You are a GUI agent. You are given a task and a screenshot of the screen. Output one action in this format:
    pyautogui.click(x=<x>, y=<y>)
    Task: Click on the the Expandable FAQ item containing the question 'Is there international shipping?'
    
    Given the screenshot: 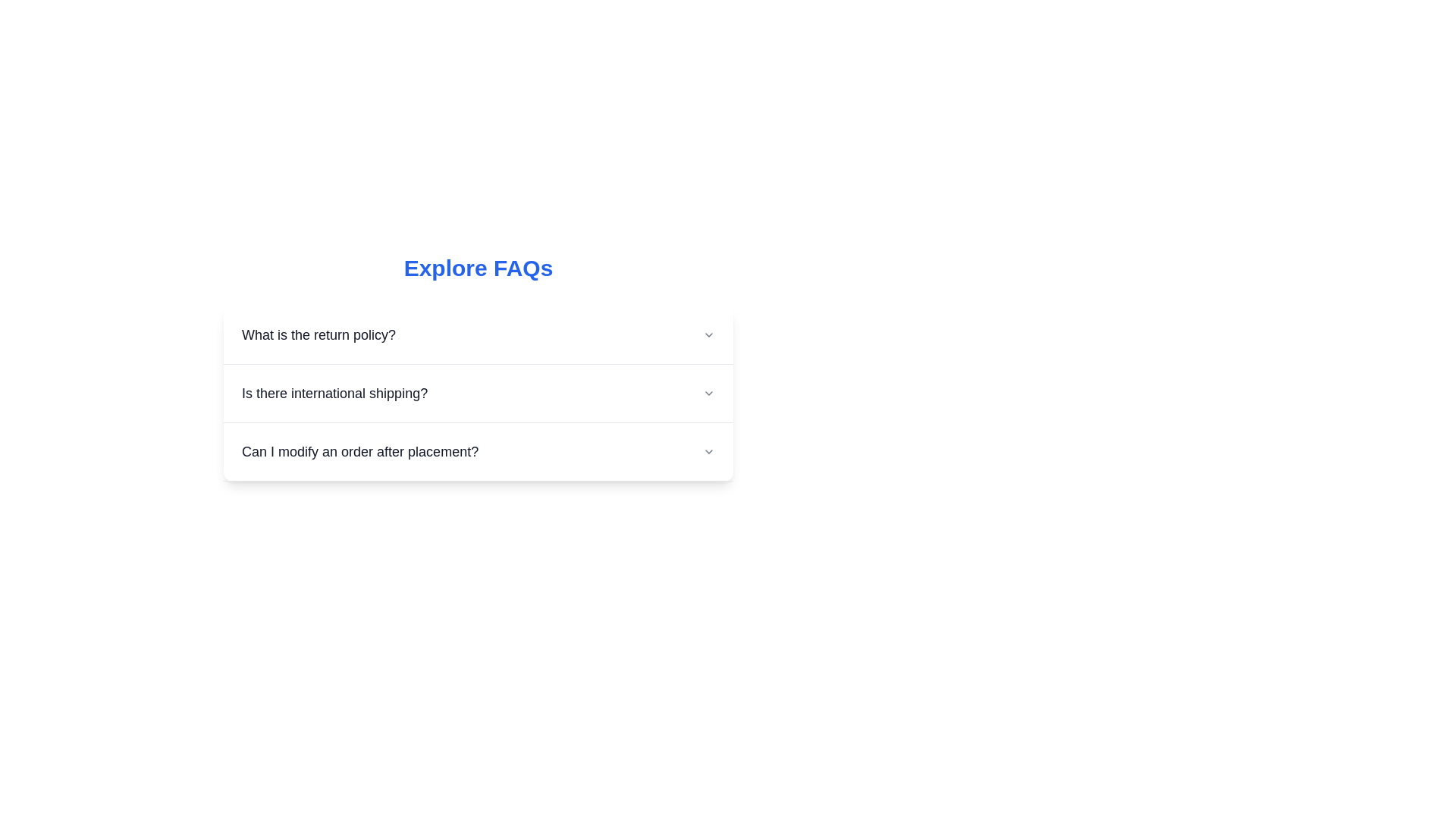 What is the action you would take?
    pyautogui.click(x=477, y=393)
    